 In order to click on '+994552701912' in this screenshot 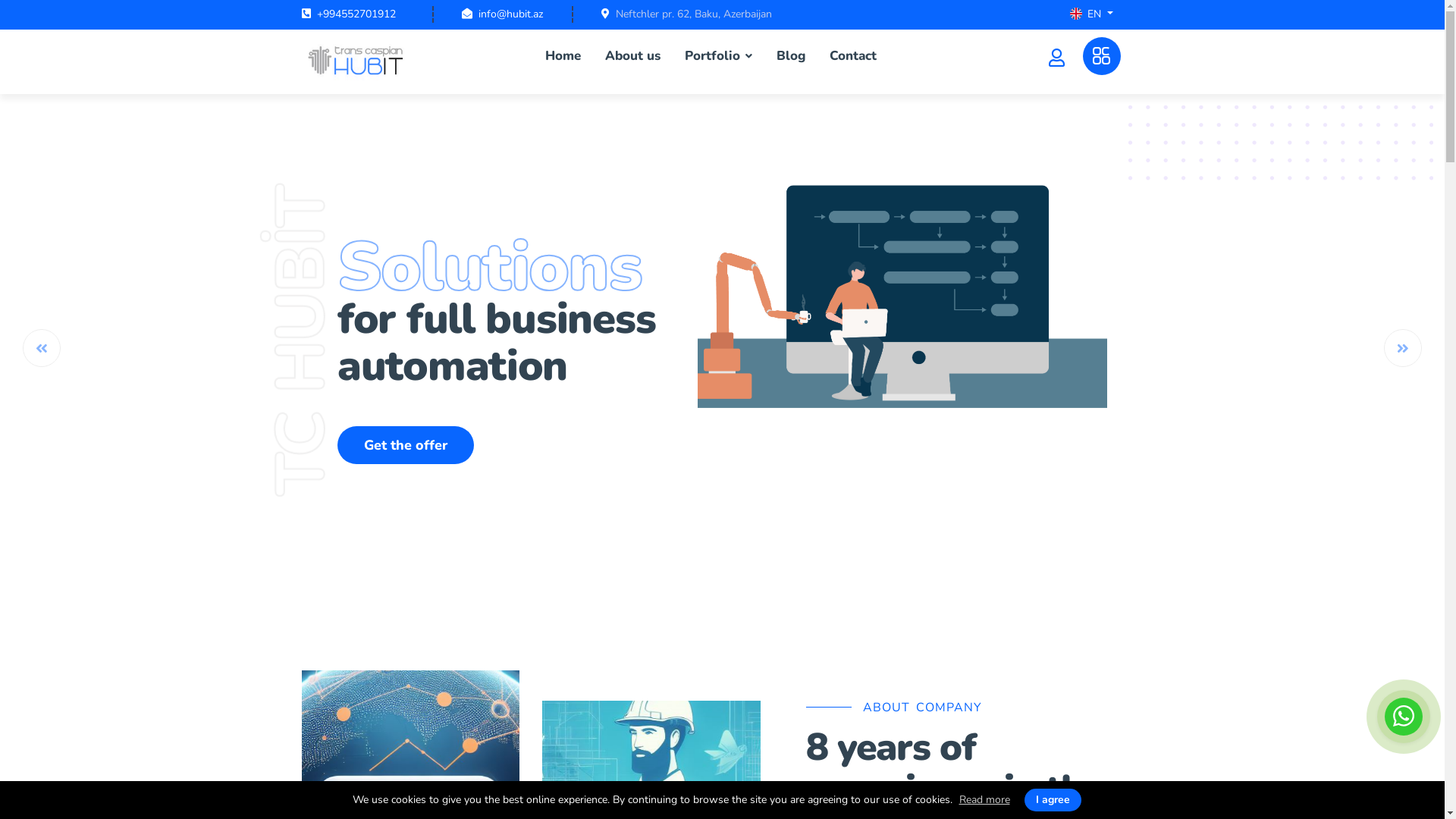, I will do `click(356, 14)`.